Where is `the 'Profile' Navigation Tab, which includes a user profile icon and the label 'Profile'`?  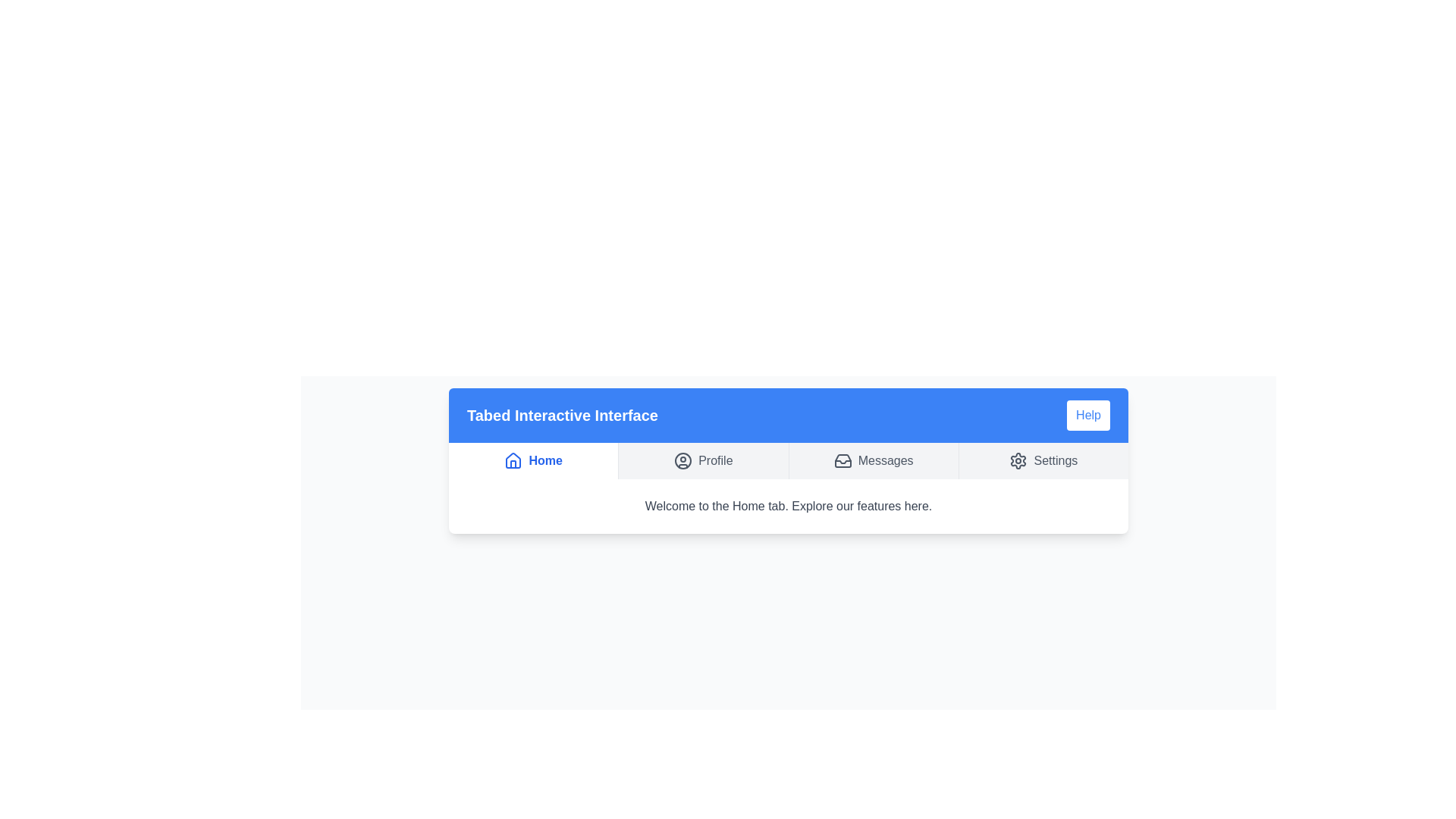
the 'Profile' Navigation Tab, which includes a user profile icon and the label 'Profile' is located at coordinates (702, 460).